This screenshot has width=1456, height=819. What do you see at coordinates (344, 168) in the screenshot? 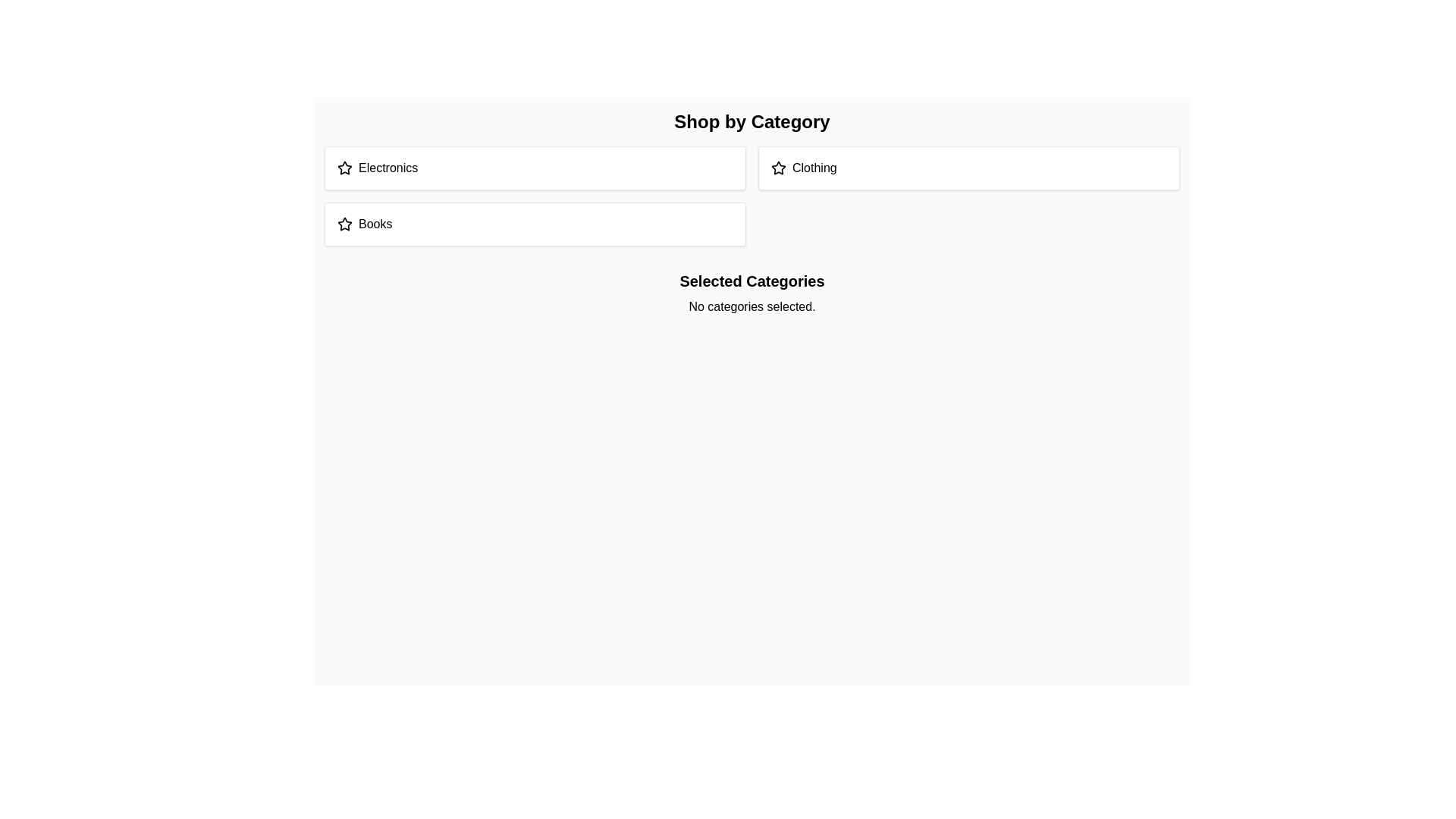
I see `the icon located to the left of the text 'Electronics' in the vertically stacked list` at bounding box center [344, 168].